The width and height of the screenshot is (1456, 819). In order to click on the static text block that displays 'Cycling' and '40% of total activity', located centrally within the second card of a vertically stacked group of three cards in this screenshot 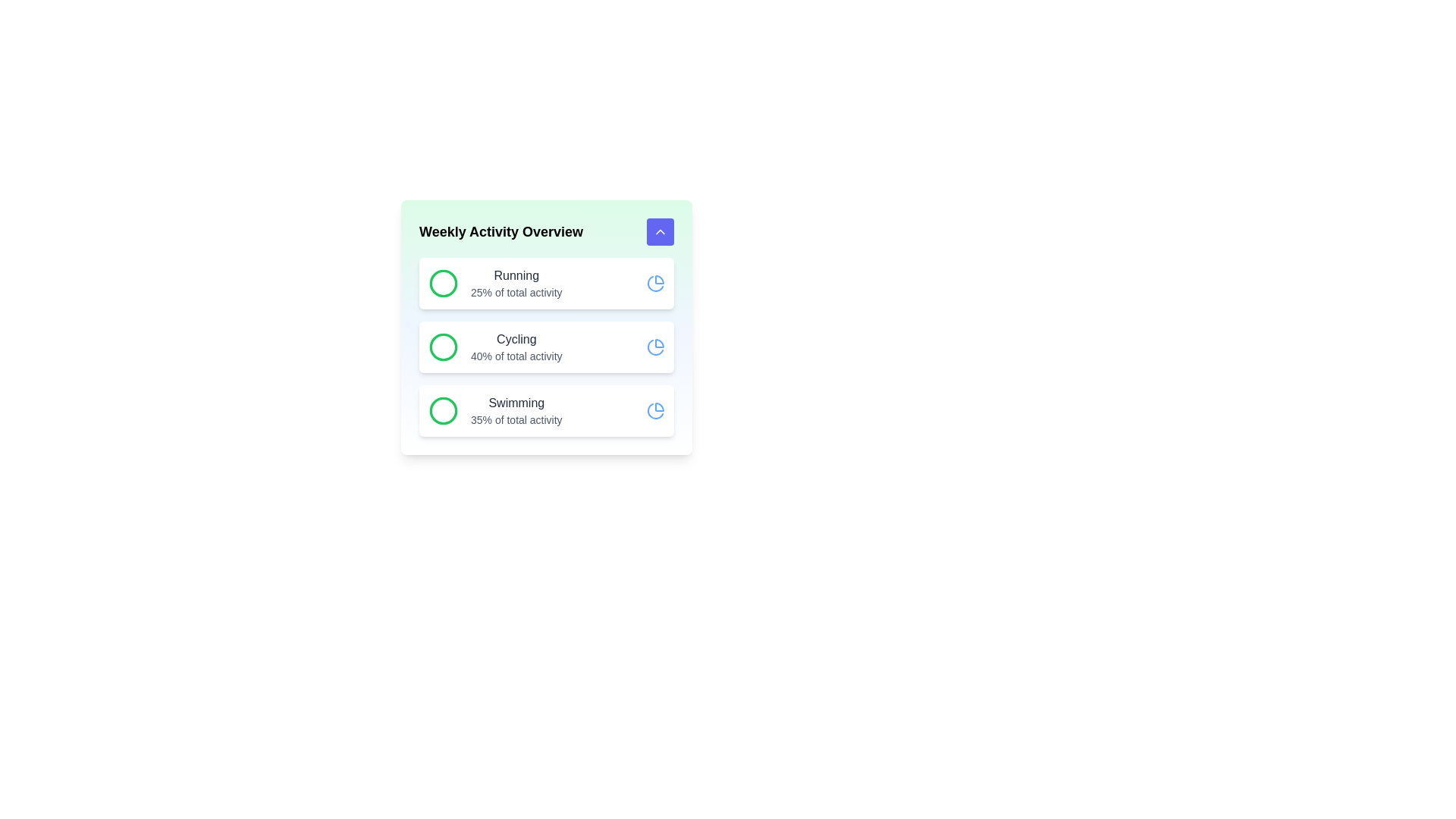, I will do `click(516, 347)`.